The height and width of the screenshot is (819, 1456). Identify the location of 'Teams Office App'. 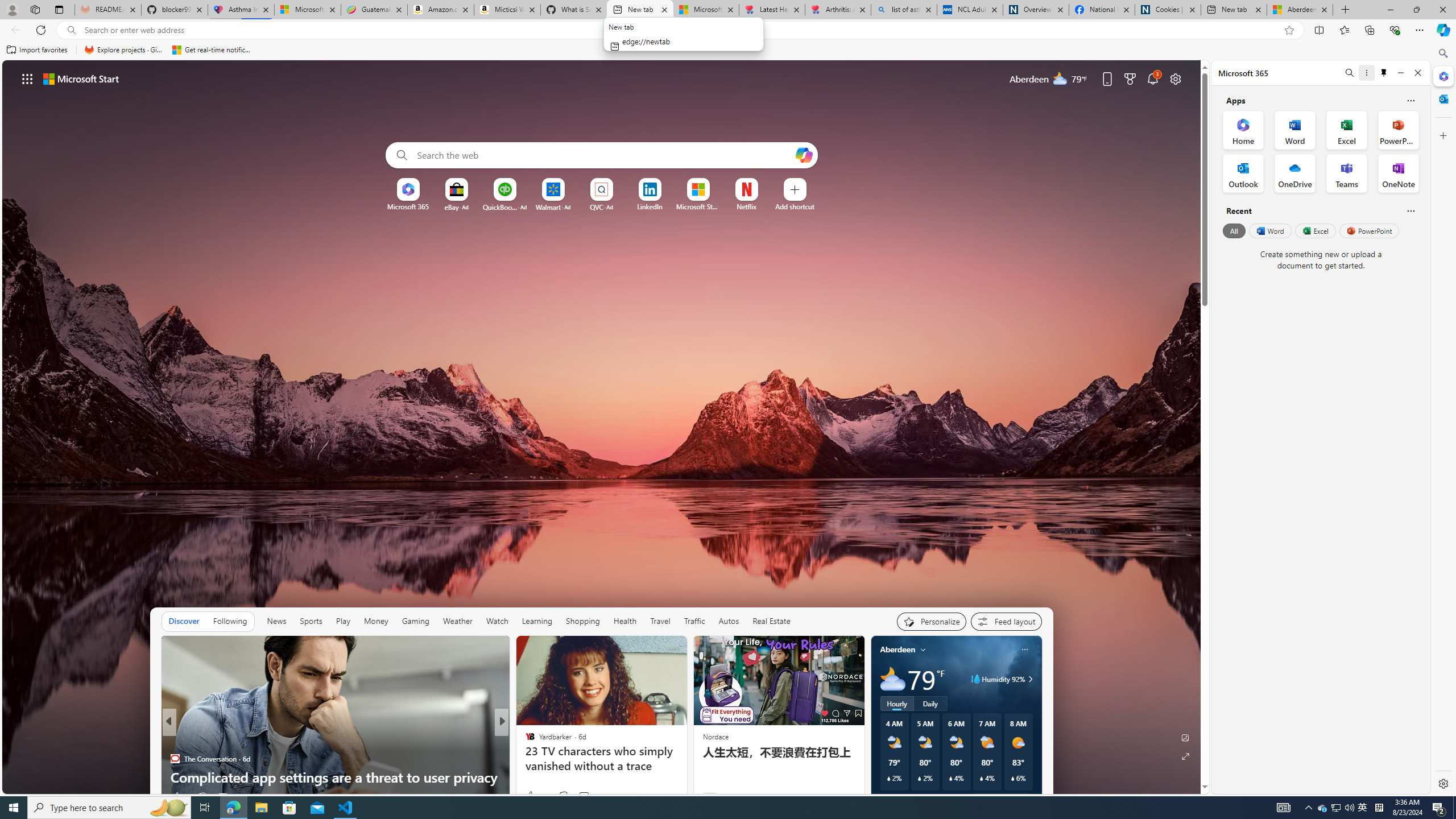
(1347, 172).